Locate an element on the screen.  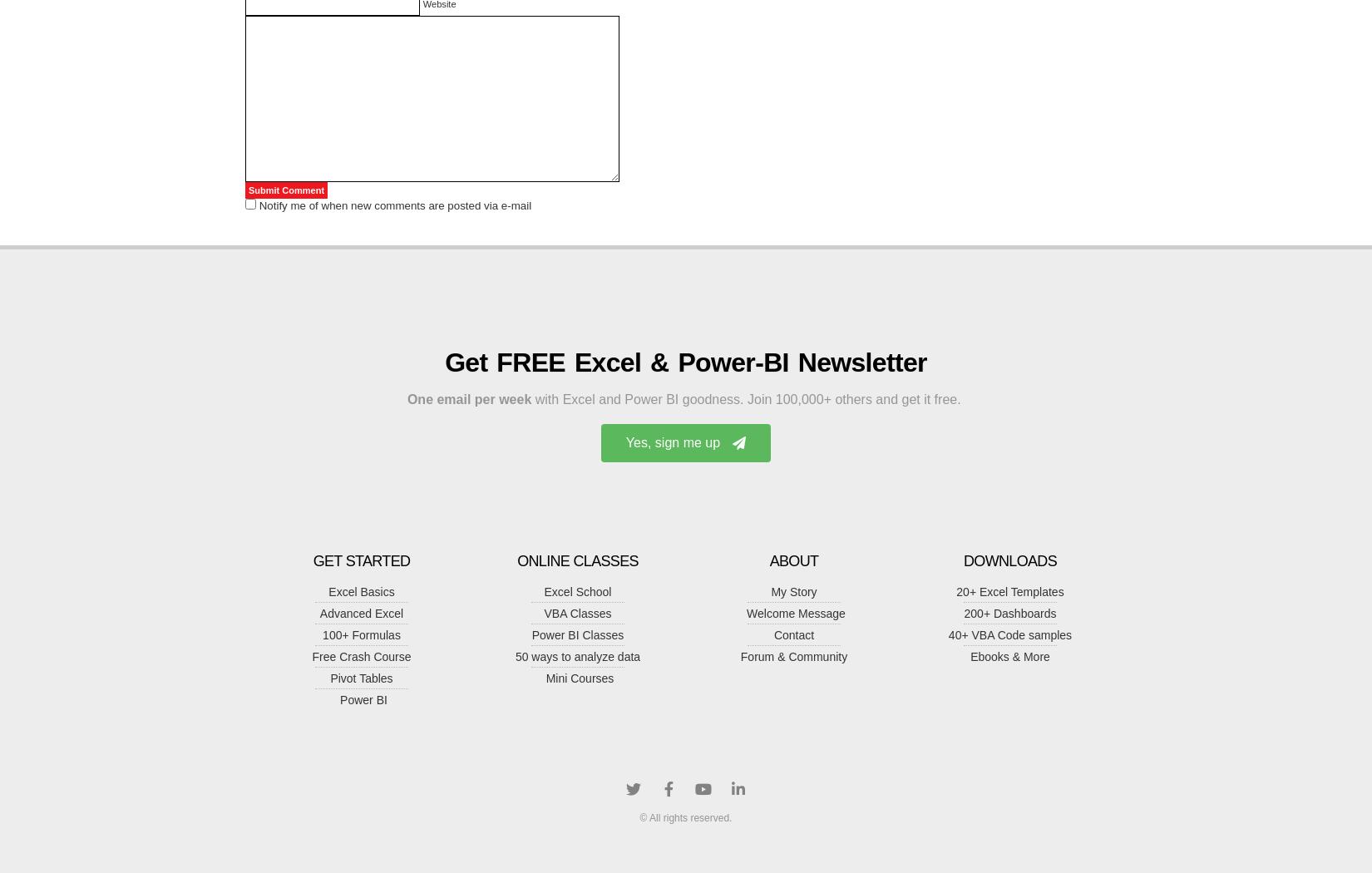
'January 25, 2012 at 9:12 pm' is located at coordinates (328, 342).